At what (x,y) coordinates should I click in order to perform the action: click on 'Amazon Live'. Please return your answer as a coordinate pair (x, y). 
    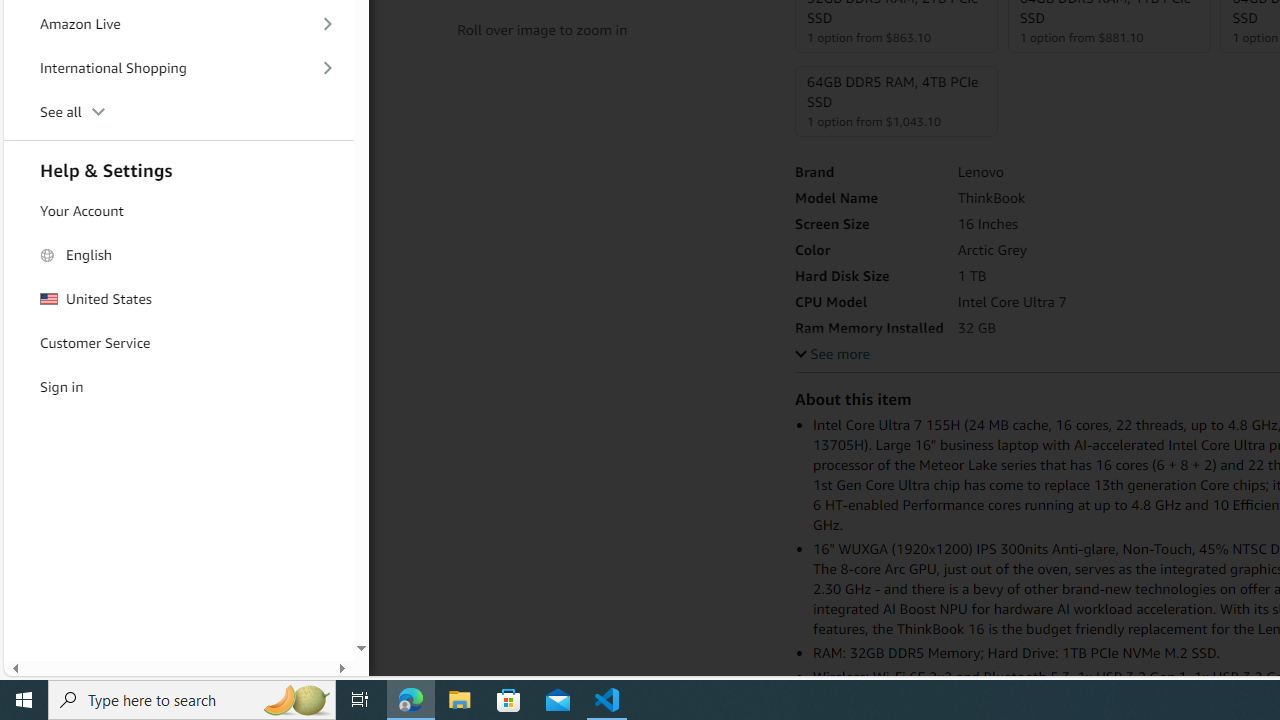
    Looking at the image, I should click on (179, 24).